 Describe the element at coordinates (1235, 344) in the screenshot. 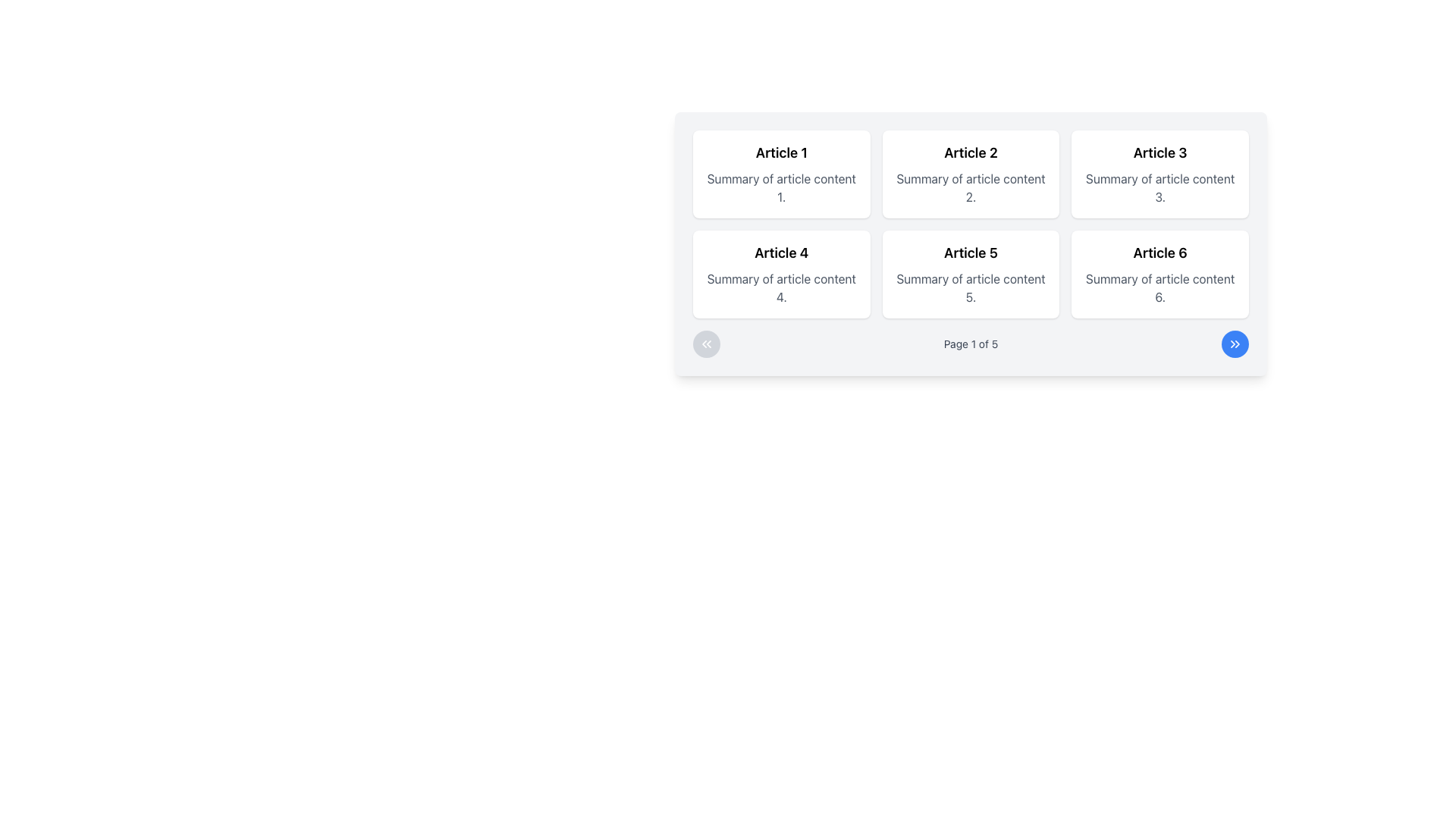

I see `the double-chevron icon button styled in blue and white located at the bottom-right corner of the interface, which is part of a panel containing paginated article previews` at that location.